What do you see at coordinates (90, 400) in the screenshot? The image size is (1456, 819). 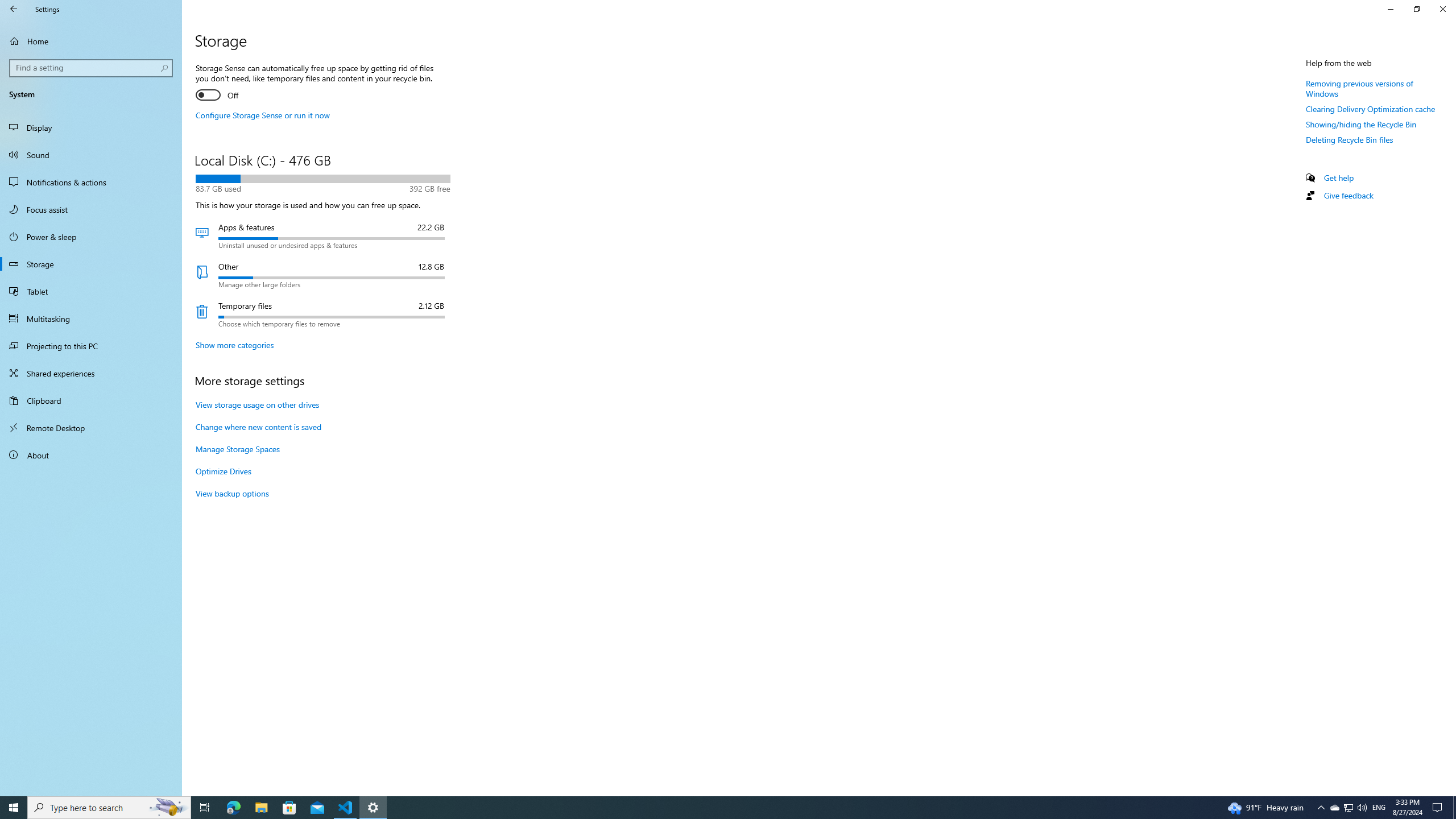 I see `'Clipboard'` at bounding box center [90, 400].